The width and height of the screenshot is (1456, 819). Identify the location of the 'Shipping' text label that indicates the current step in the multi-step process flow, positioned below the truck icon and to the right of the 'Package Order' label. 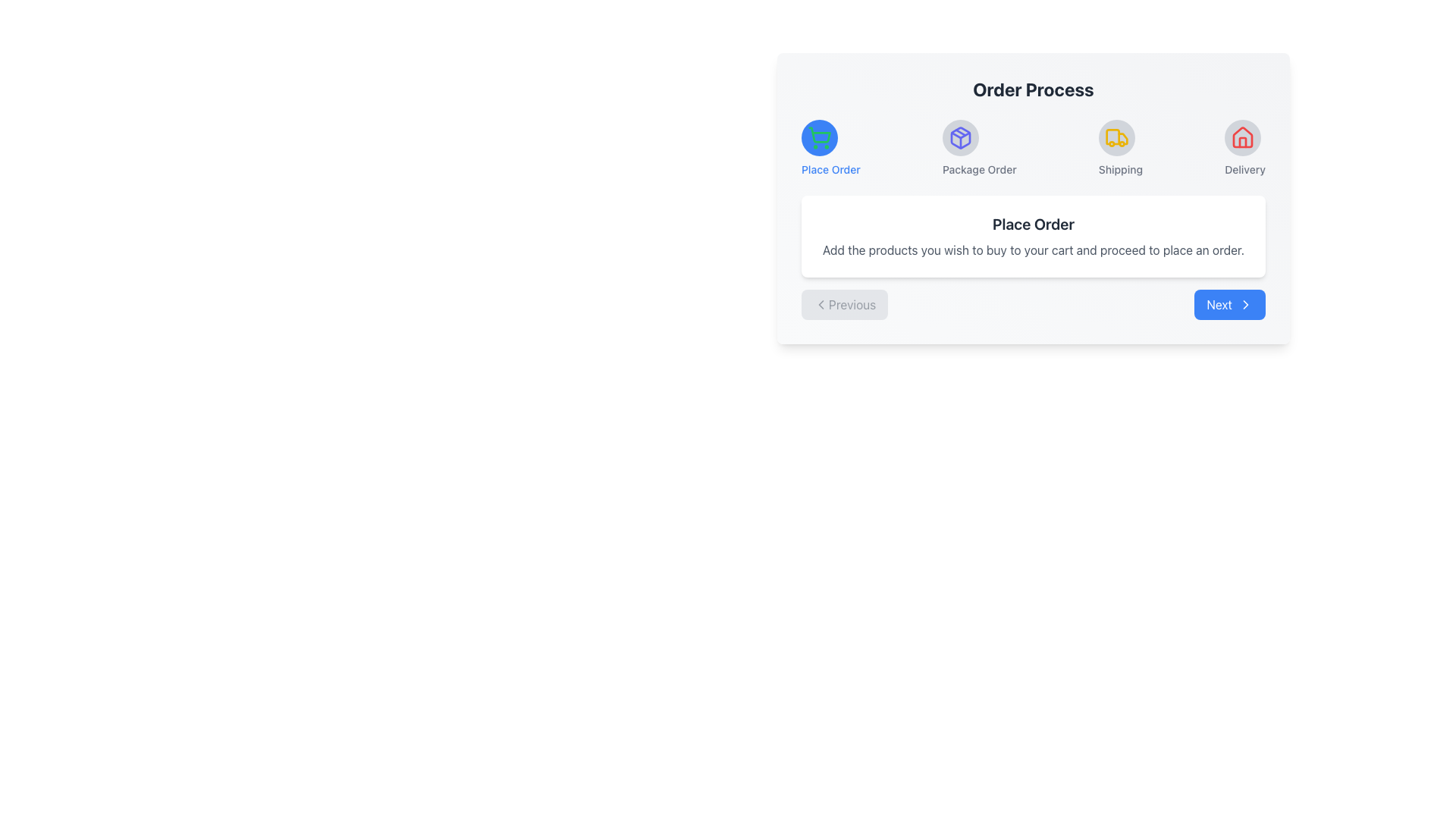
(1121, 169).